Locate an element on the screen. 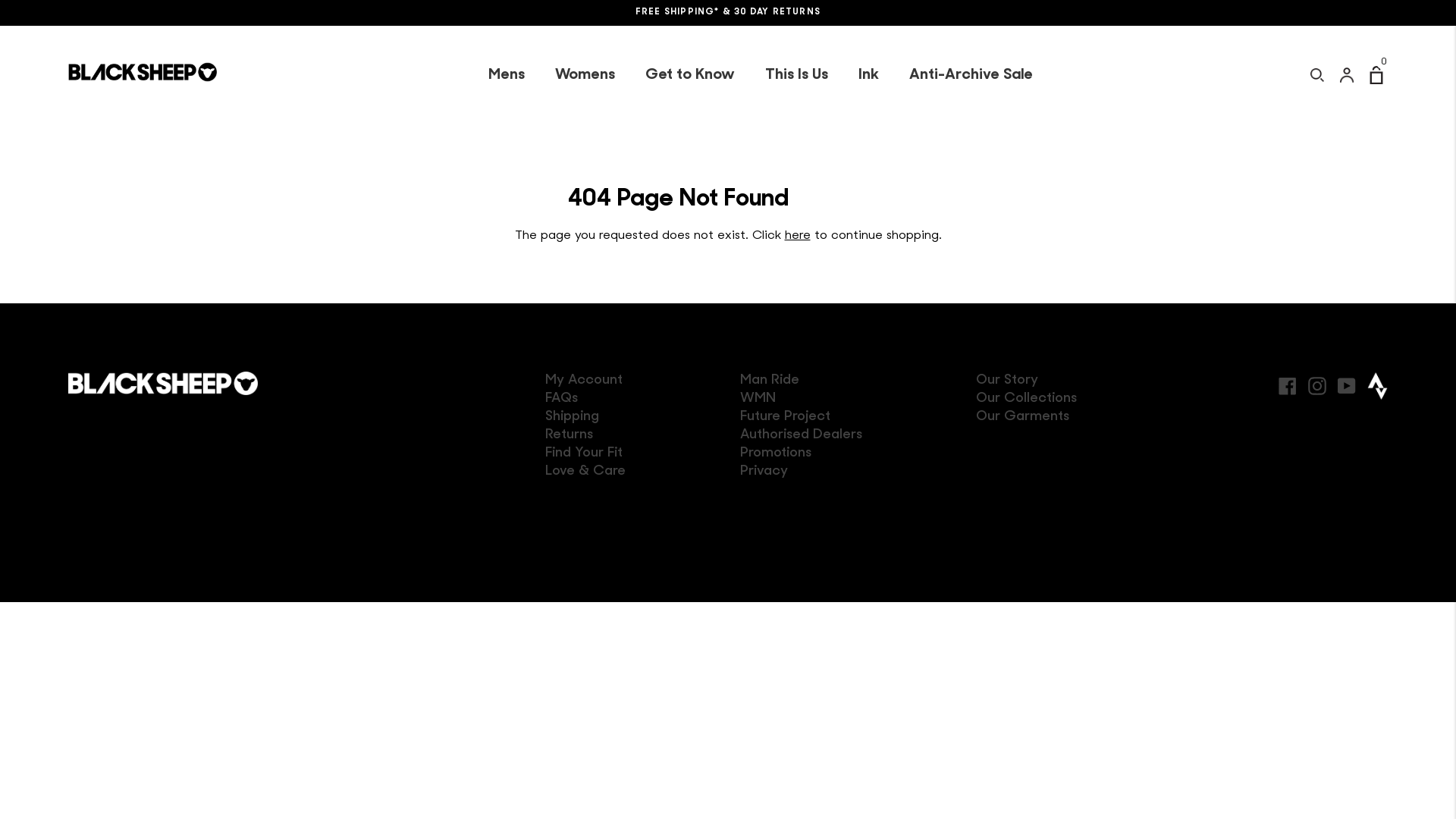  'Man Ride' is located at coordinates (769, 379).